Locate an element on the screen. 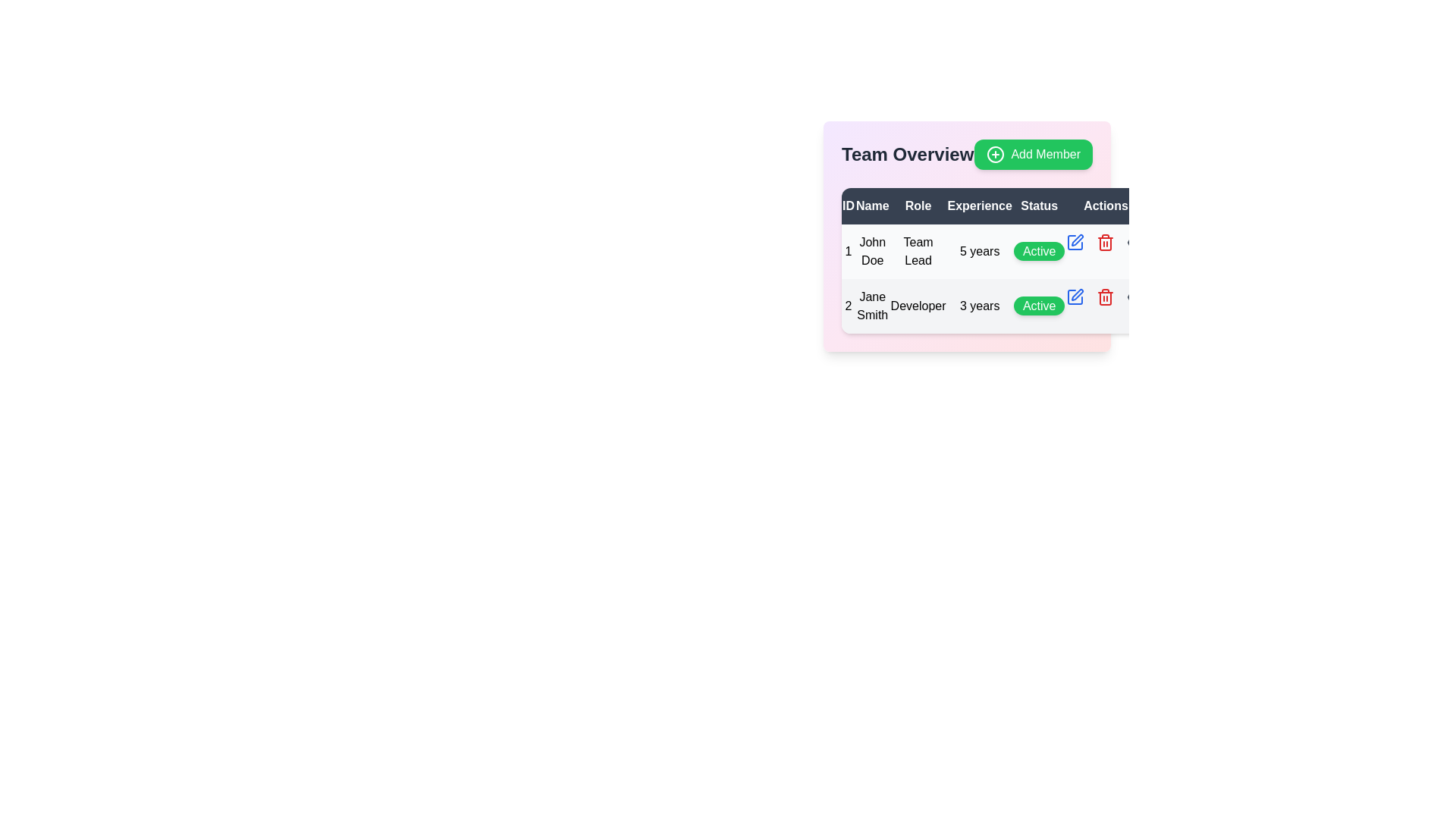  the blue square icon with rounded corners and a pencil overlay located in the 'Actions' column of the second row representing 'Jane Smith' is located at coordinates (1075, 297).